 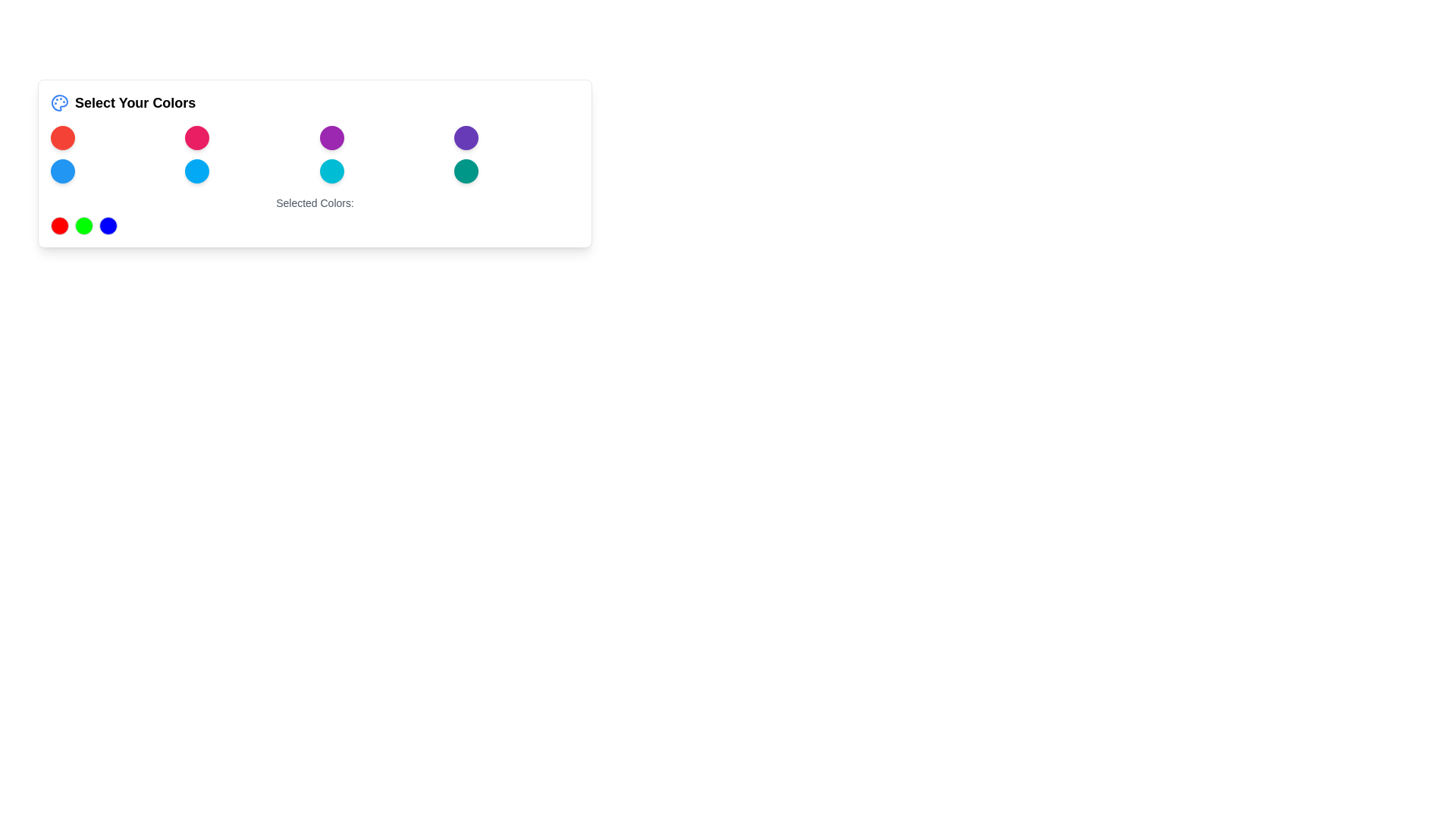 I want to click on the circular palette icon with paint wells located at the top-left of the 'Select Your Colors' section, so click(x=59, y=102).